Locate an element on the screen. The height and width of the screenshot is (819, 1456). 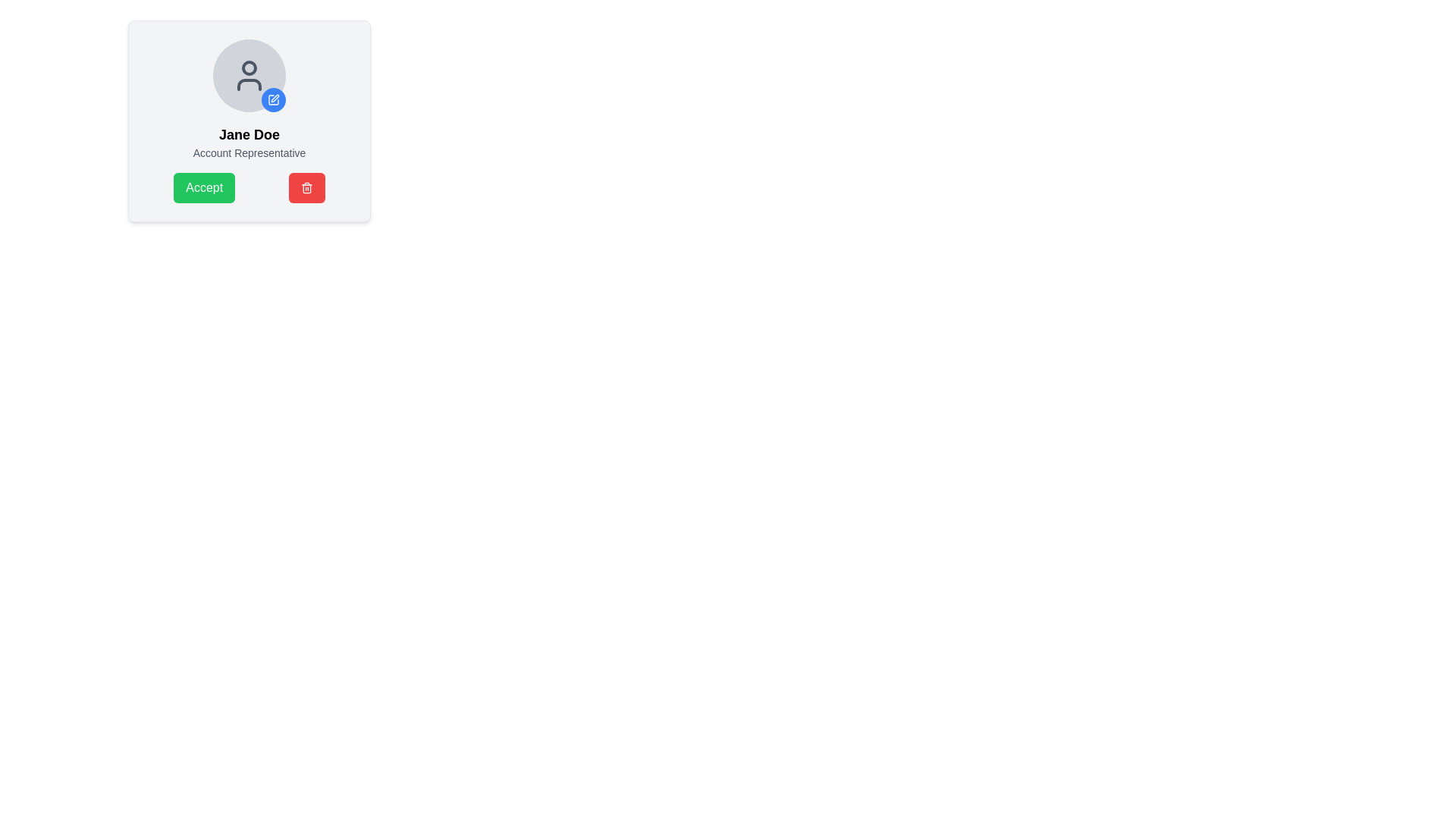
the edit icon located at the upper right of Jane Doe's user card, which serves as a button for modifying profile information is located at coordinates (275, 99).